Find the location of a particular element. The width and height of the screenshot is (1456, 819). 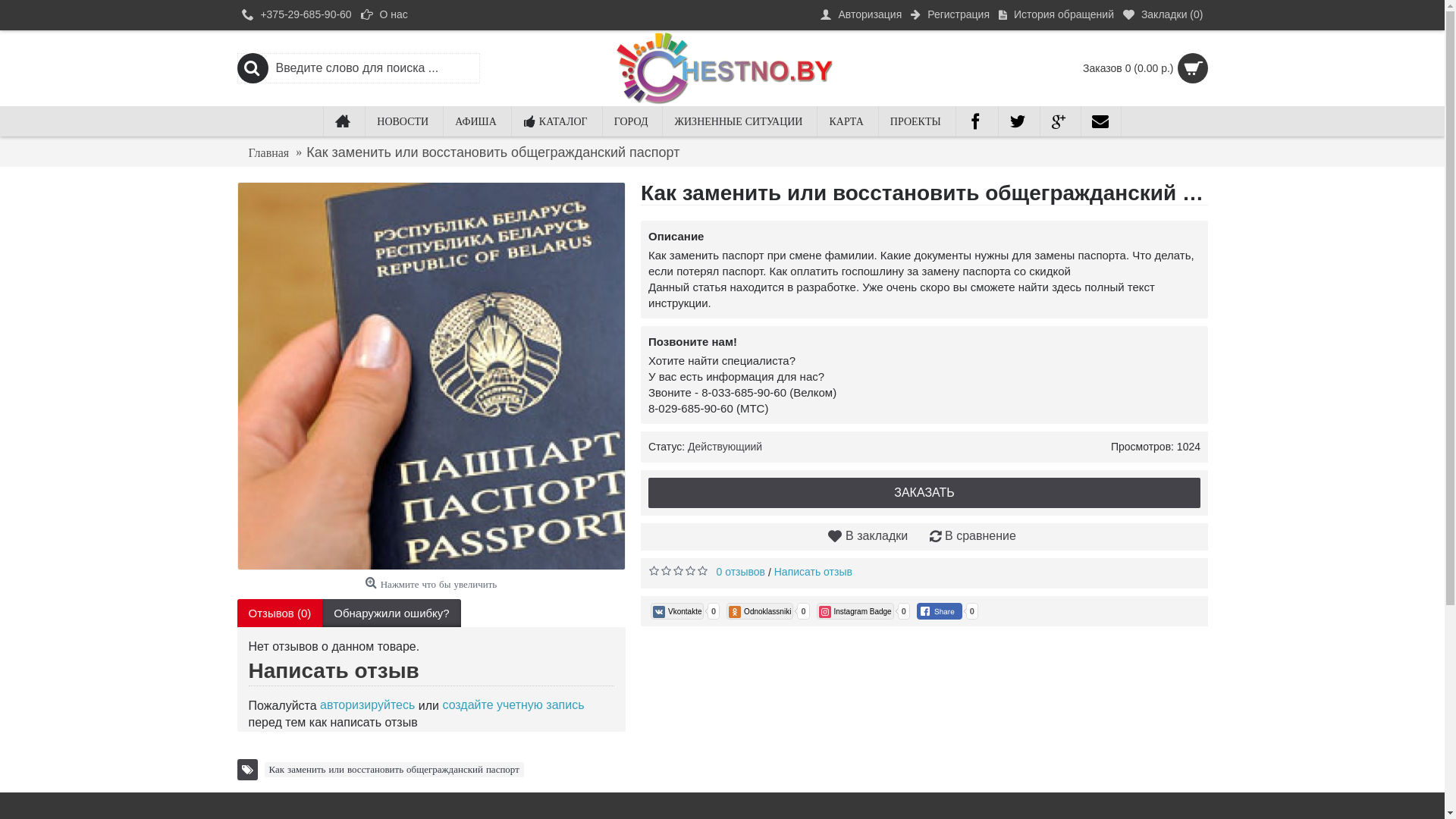

'+375-29-685-90-60' is located at coordinates (296, 14).